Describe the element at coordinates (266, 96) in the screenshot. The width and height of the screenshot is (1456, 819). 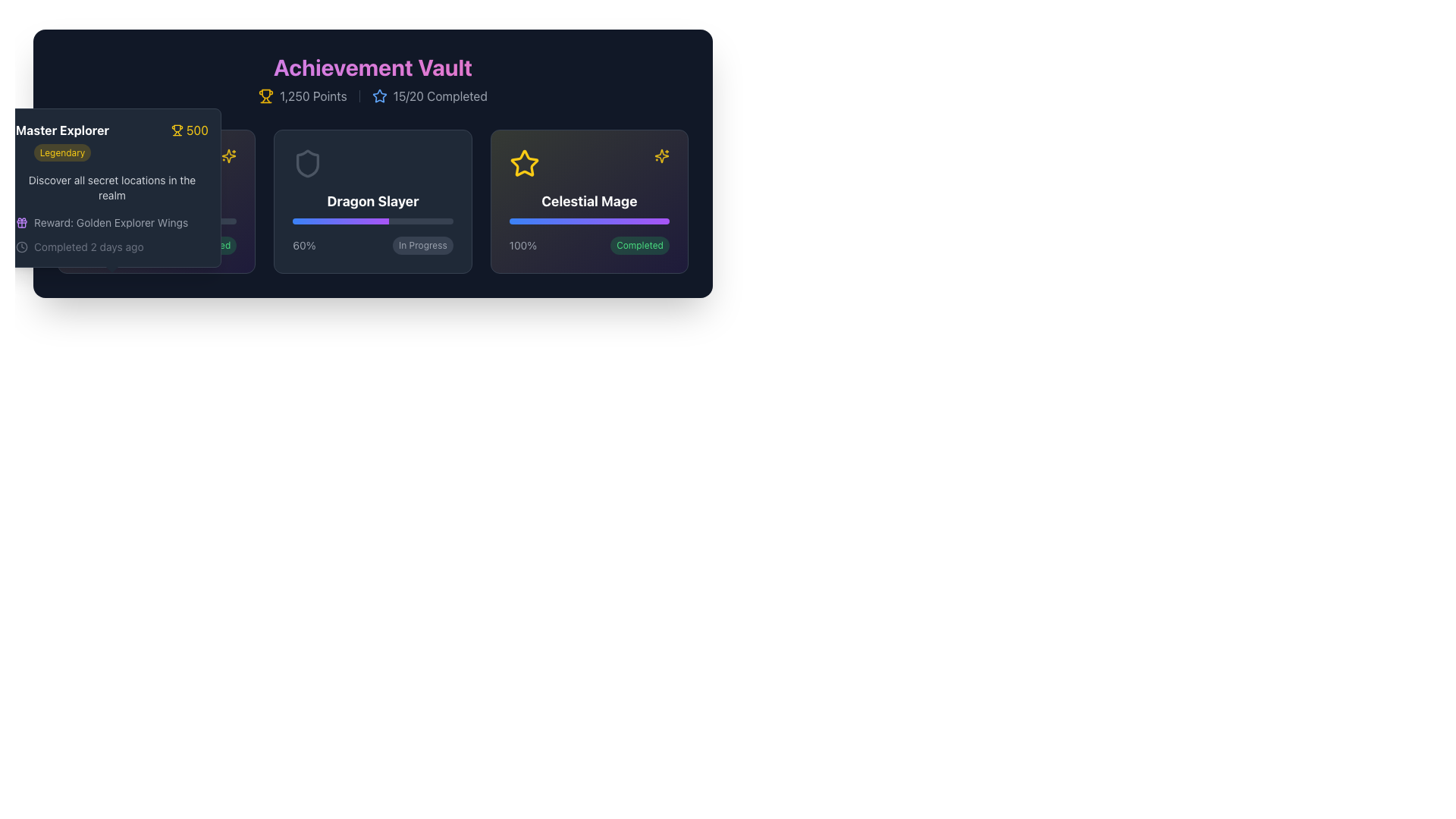
I see `the achievement icon located to the left of the '1,250 Points' text at the top center of the interface` at that location.